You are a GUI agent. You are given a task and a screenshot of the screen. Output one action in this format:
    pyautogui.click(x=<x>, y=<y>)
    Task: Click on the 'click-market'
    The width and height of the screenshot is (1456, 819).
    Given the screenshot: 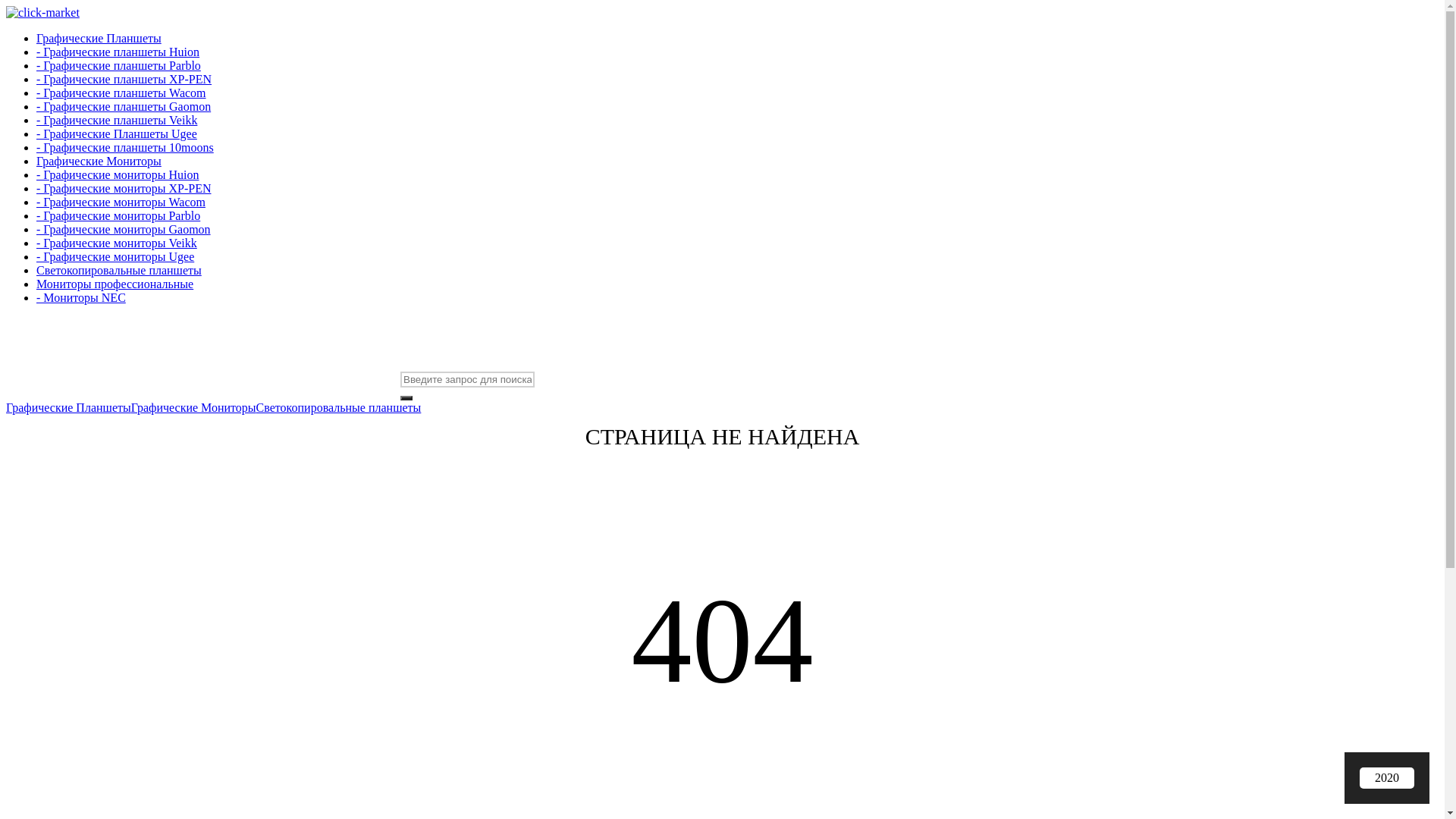 What is the action you would take?
    pyautogui.click(x=42, y=12)
    